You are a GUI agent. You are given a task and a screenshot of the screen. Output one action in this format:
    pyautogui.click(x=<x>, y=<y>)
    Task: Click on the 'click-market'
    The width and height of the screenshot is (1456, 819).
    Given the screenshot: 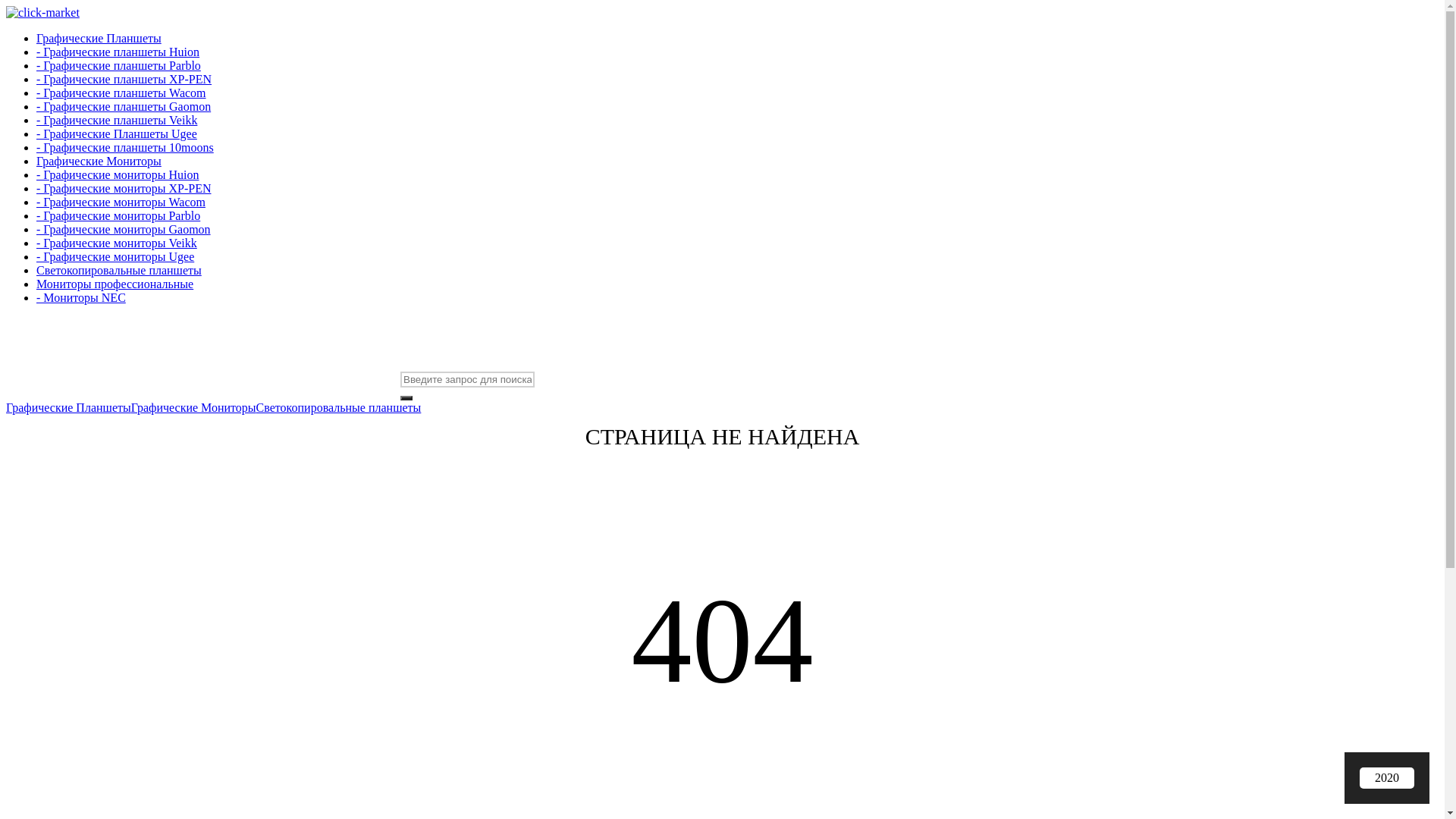 What is the action you would take?
    pyautogui.click(x=42, y=12)
    